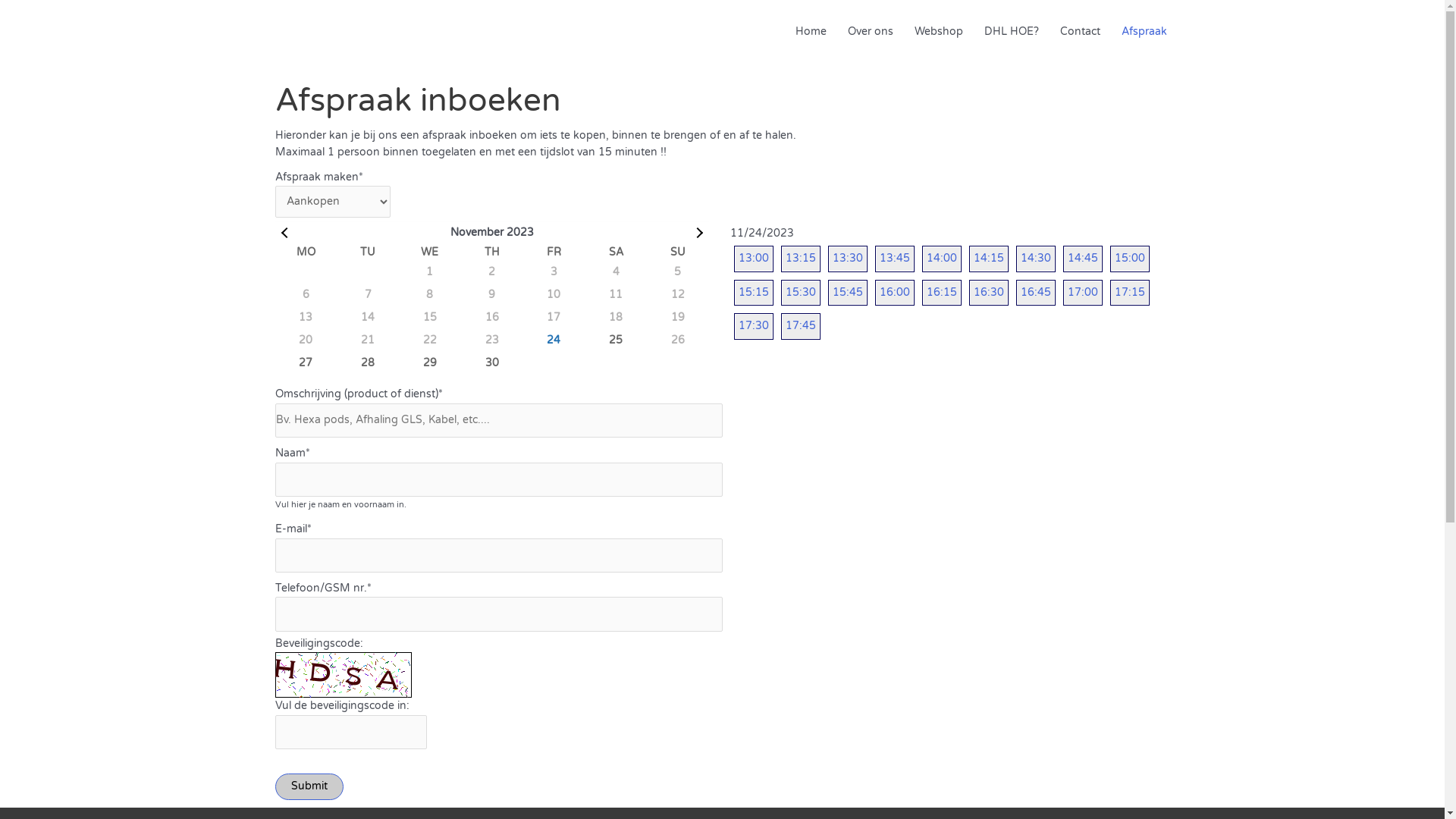 Image resolution: width=1456 pixels, height=819 pixels. Describe the element at coordinates (1035, 292) in the screenshot. I see `'16:45'` at that location.